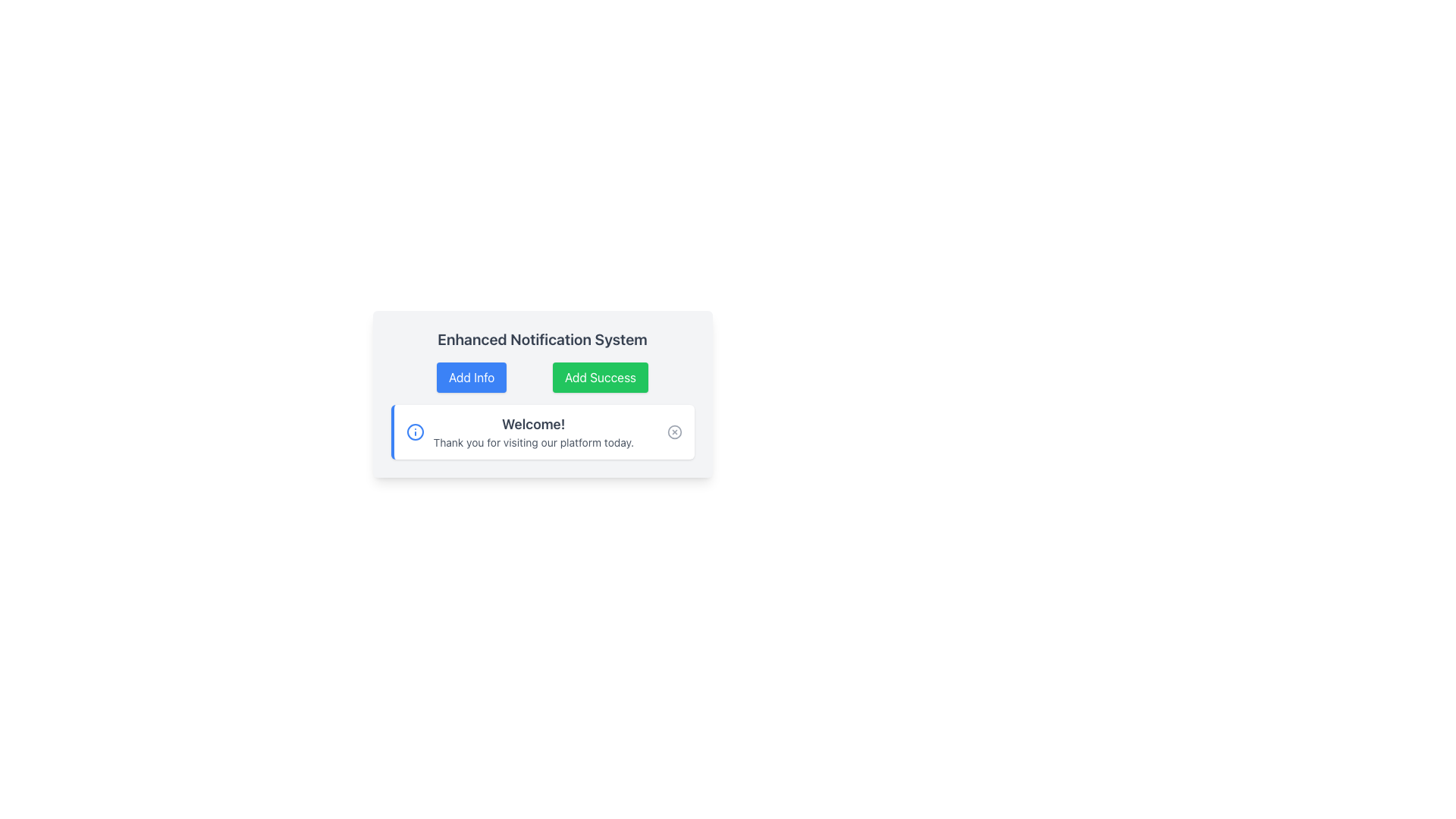  What do you see at coordinates (471, 376) in the screenshot?
I see `the 'Add Info' button, which is a rectangular button with white text on a blue background, positioned to the left of the 'Add Success' button` at bounding box center [471, 376].